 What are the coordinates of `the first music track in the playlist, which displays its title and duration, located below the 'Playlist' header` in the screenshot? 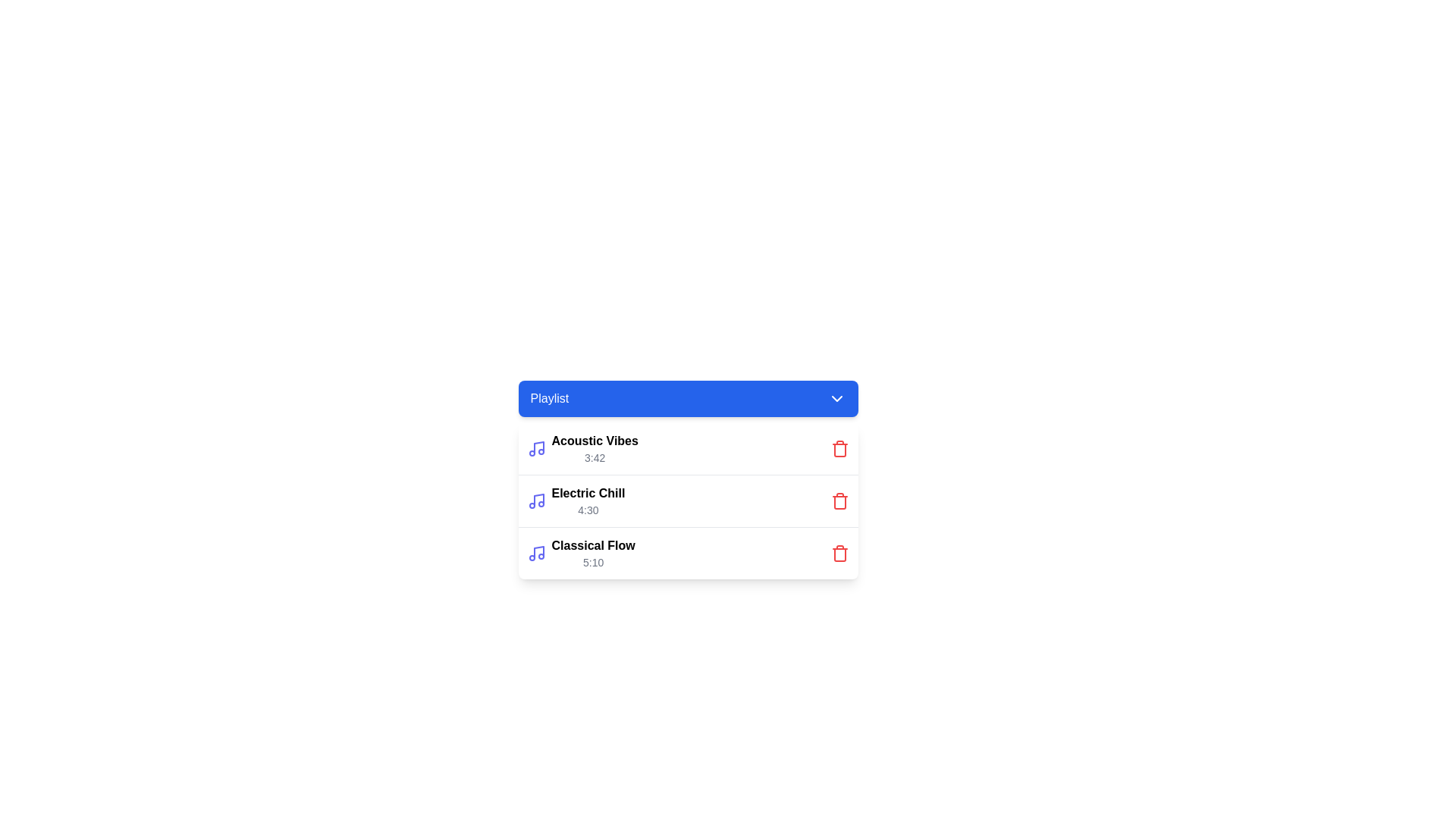 It's located at (594, 447).